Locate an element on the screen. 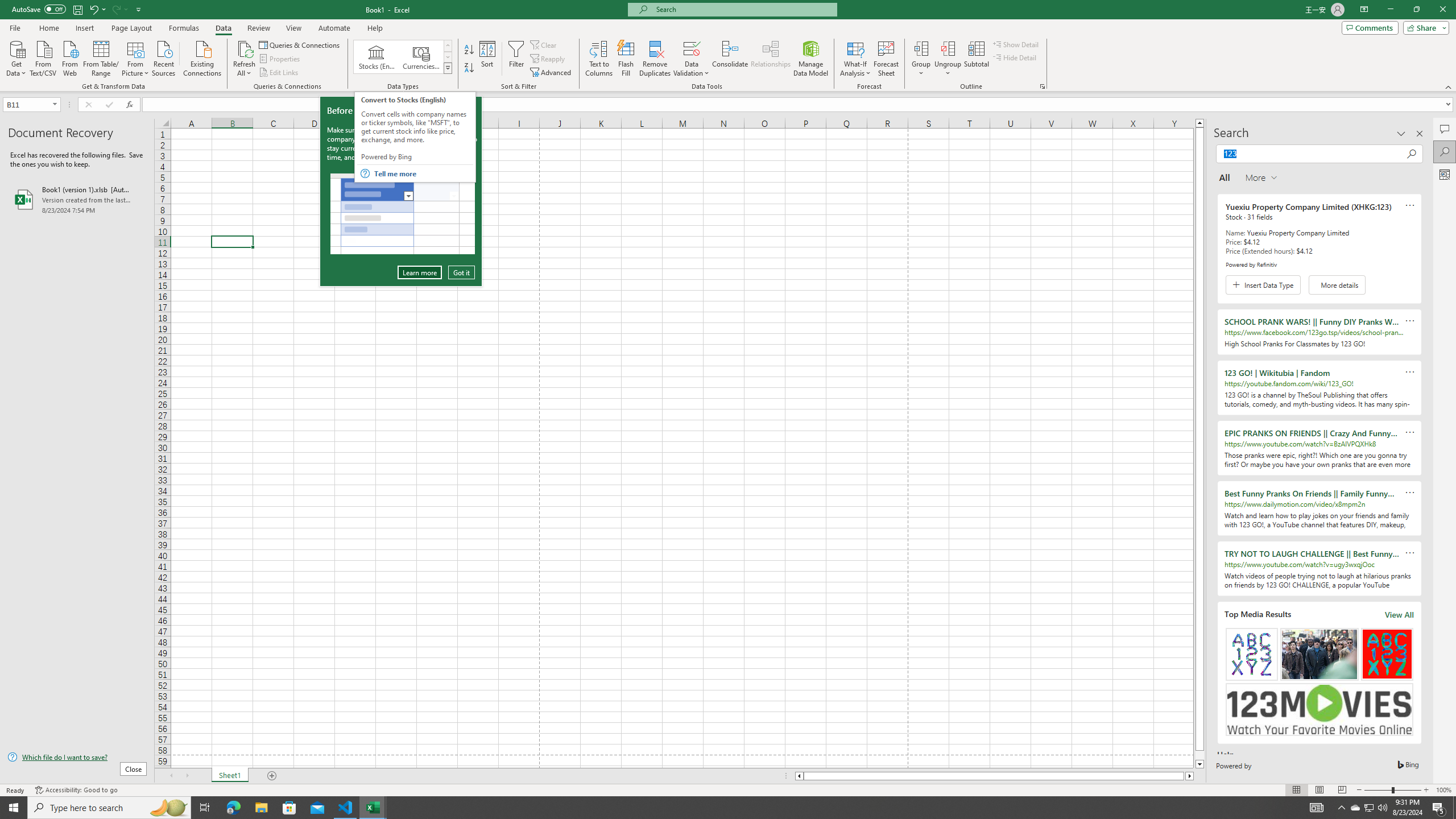 The image size is (1456, 819). 'AutomationID: 4105' is located at coordinates (1317, 806).